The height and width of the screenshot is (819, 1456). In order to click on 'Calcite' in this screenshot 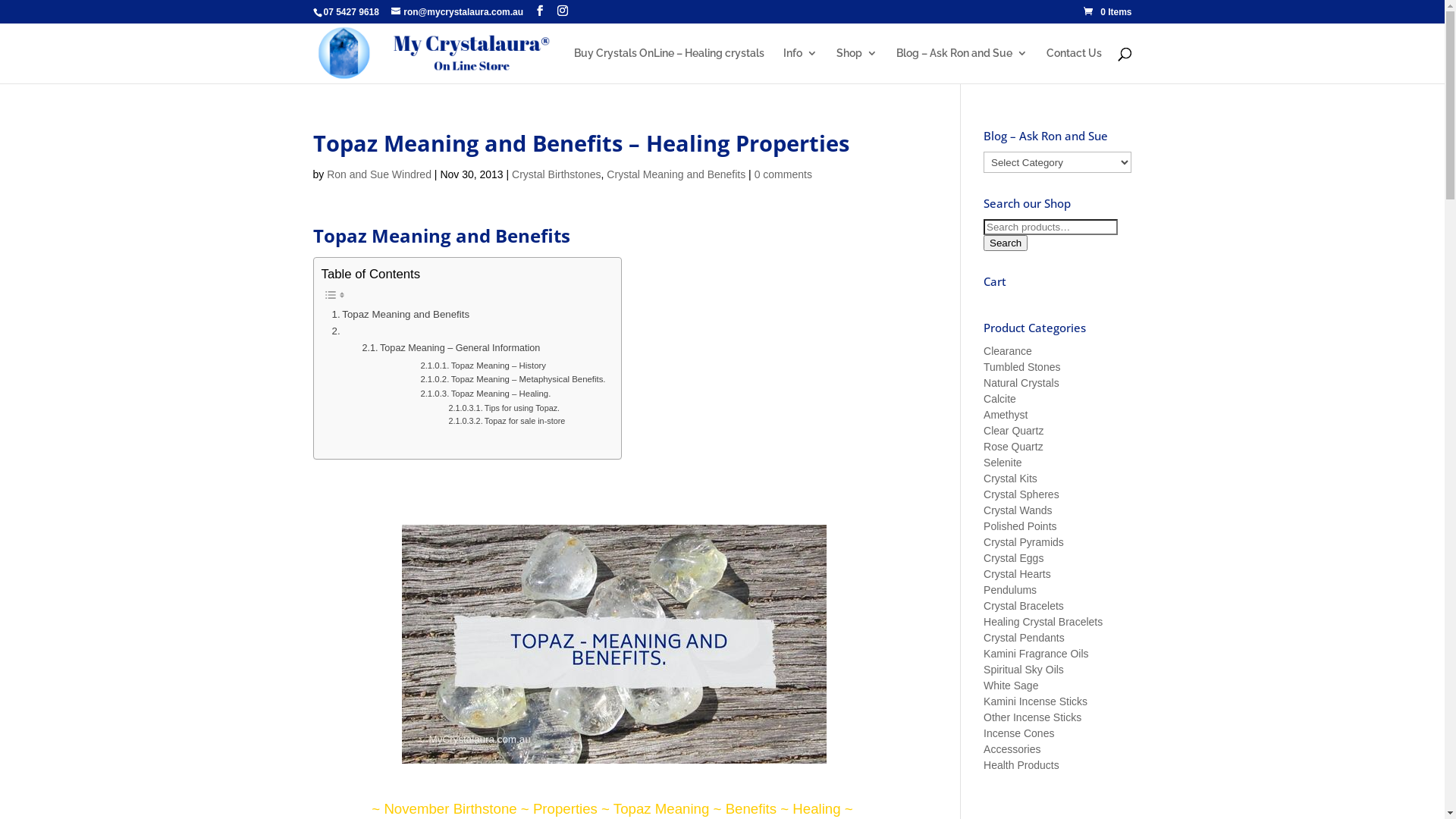, I will do `click(999, 397)`.